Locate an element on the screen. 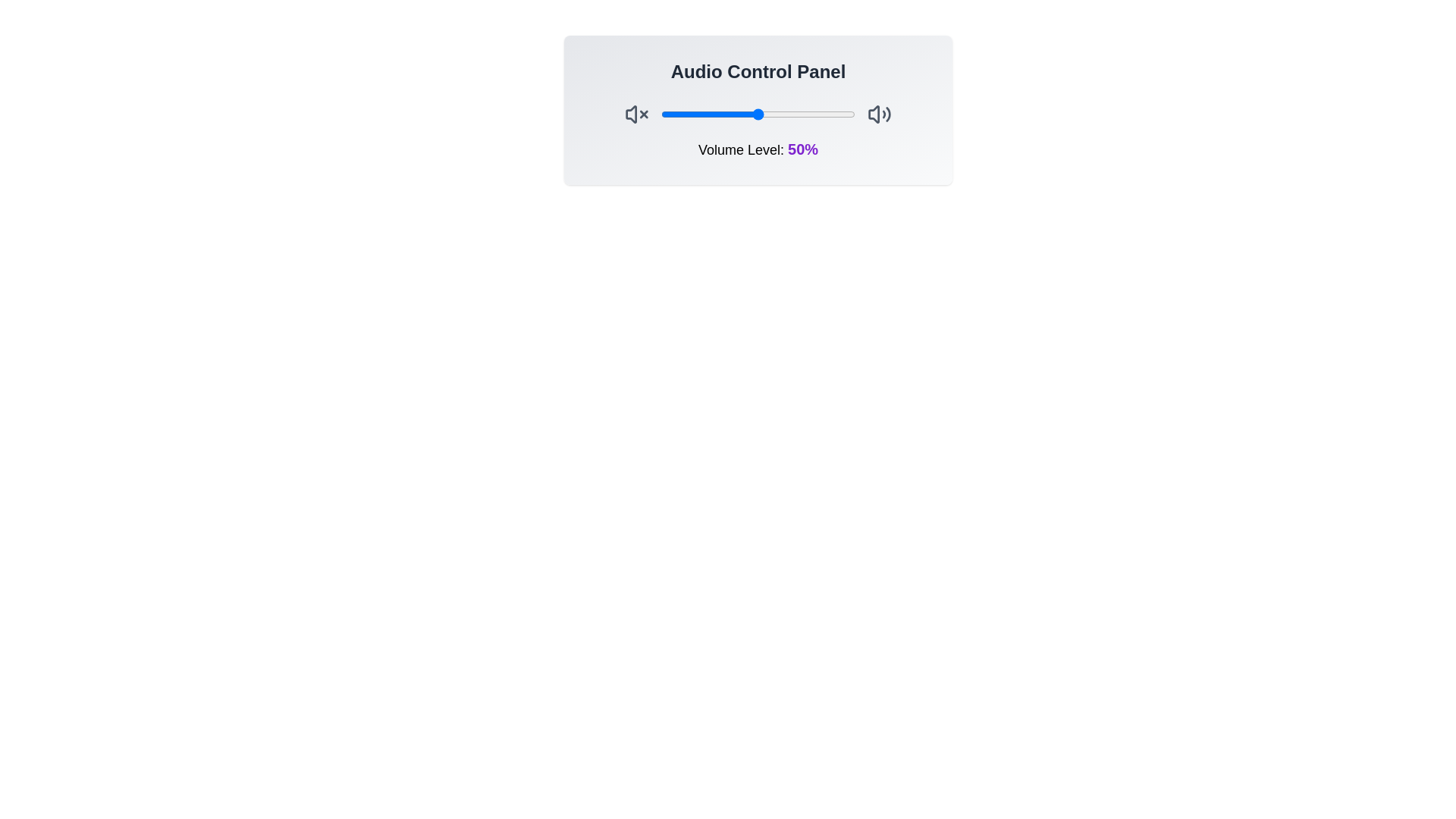 The height and width of the screenshot is (819, 1456). volume is located at coordinates (771, 113).